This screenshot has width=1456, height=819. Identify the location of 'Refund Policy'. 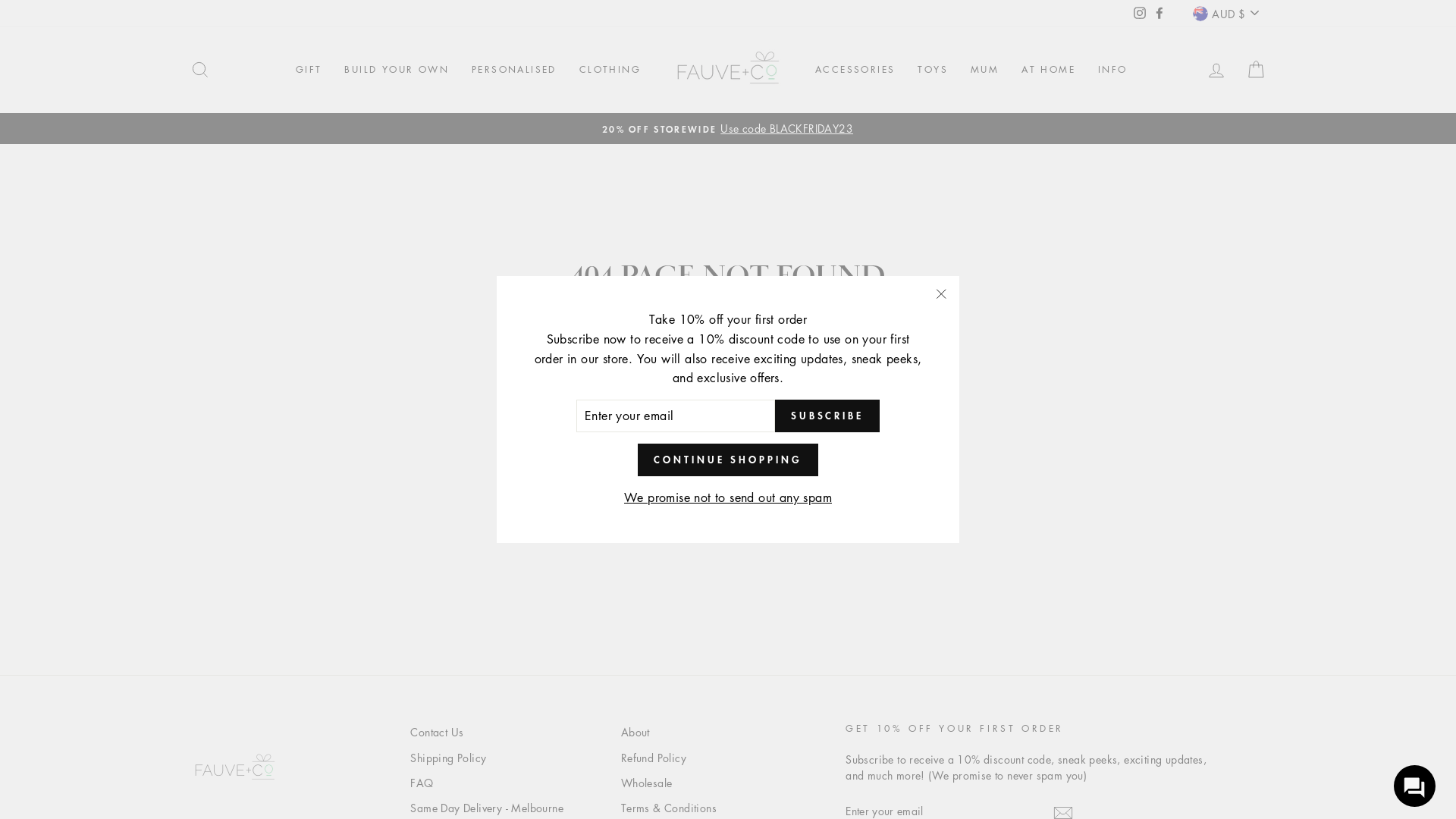
(654, 758).